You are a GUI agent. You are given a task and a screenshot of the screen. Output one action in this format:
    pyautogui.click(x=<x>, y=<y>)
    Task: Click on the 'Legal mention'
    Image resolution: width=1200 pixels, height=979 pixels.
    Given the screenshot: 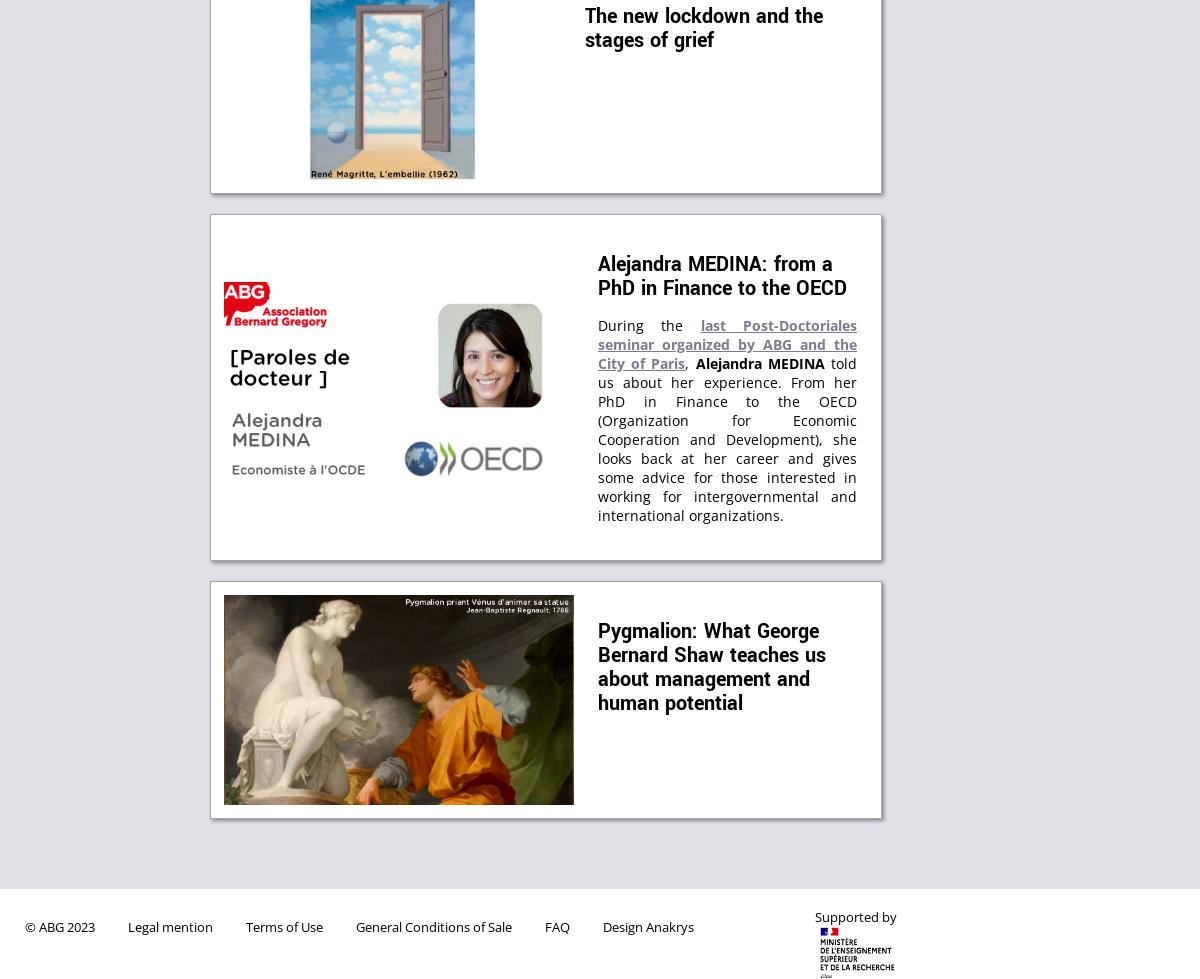 What is the action you would take?
    pyautogui.click(x=169, y=926)
    